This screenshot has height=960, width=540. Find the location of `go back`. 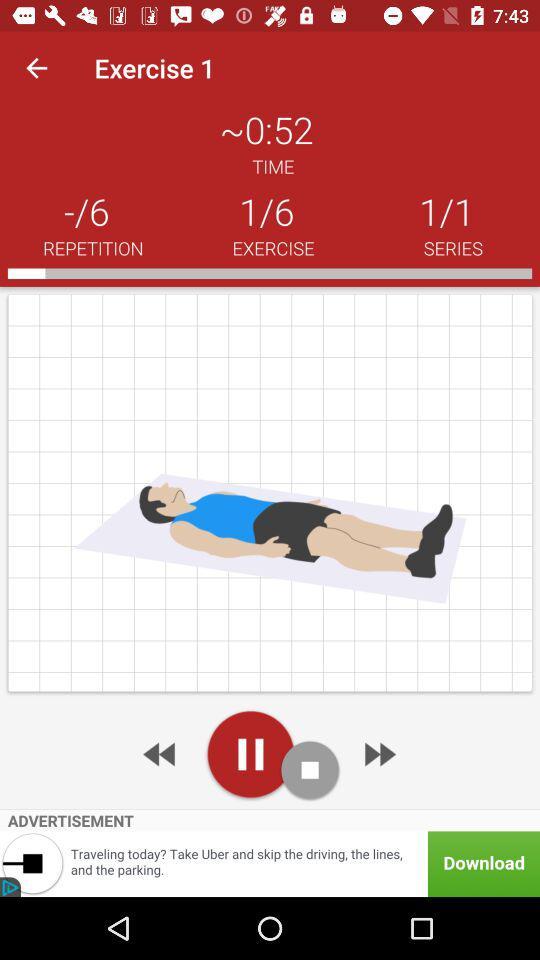

go back is located at coordinates (160, 753).